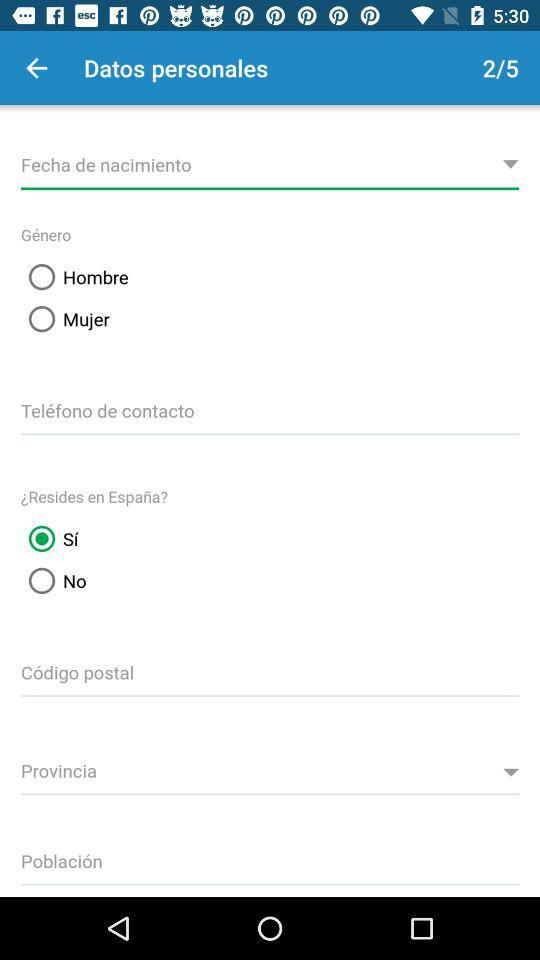 Image resolution: width=540 pixels, height=960 pixels. I want to click on text box enter postal code, so click(270, 669).